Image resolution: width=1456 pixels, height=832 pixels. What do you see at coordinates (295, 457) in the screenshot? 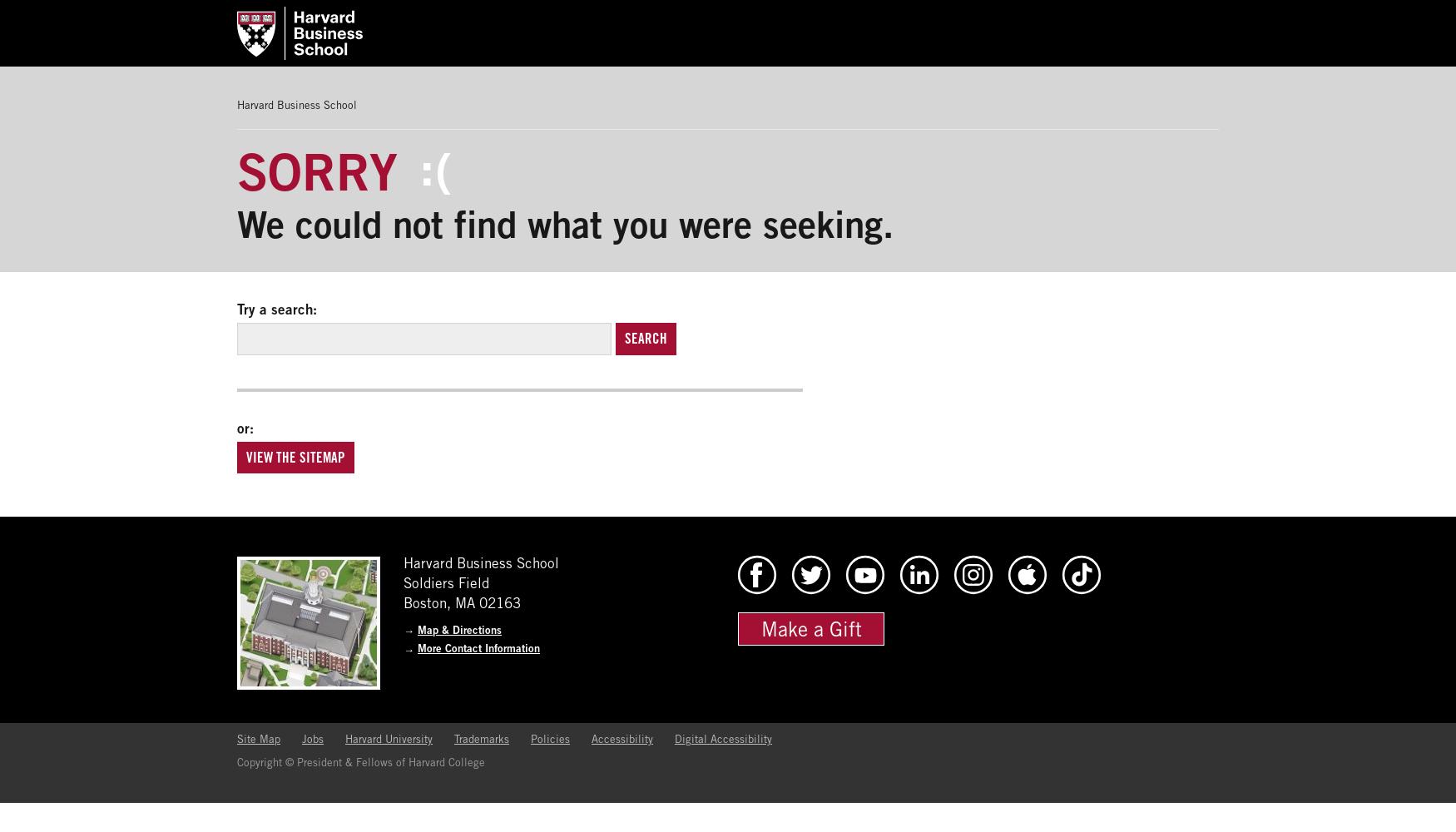
I see `'View the sitemap'` at bounding box center [295, 457].